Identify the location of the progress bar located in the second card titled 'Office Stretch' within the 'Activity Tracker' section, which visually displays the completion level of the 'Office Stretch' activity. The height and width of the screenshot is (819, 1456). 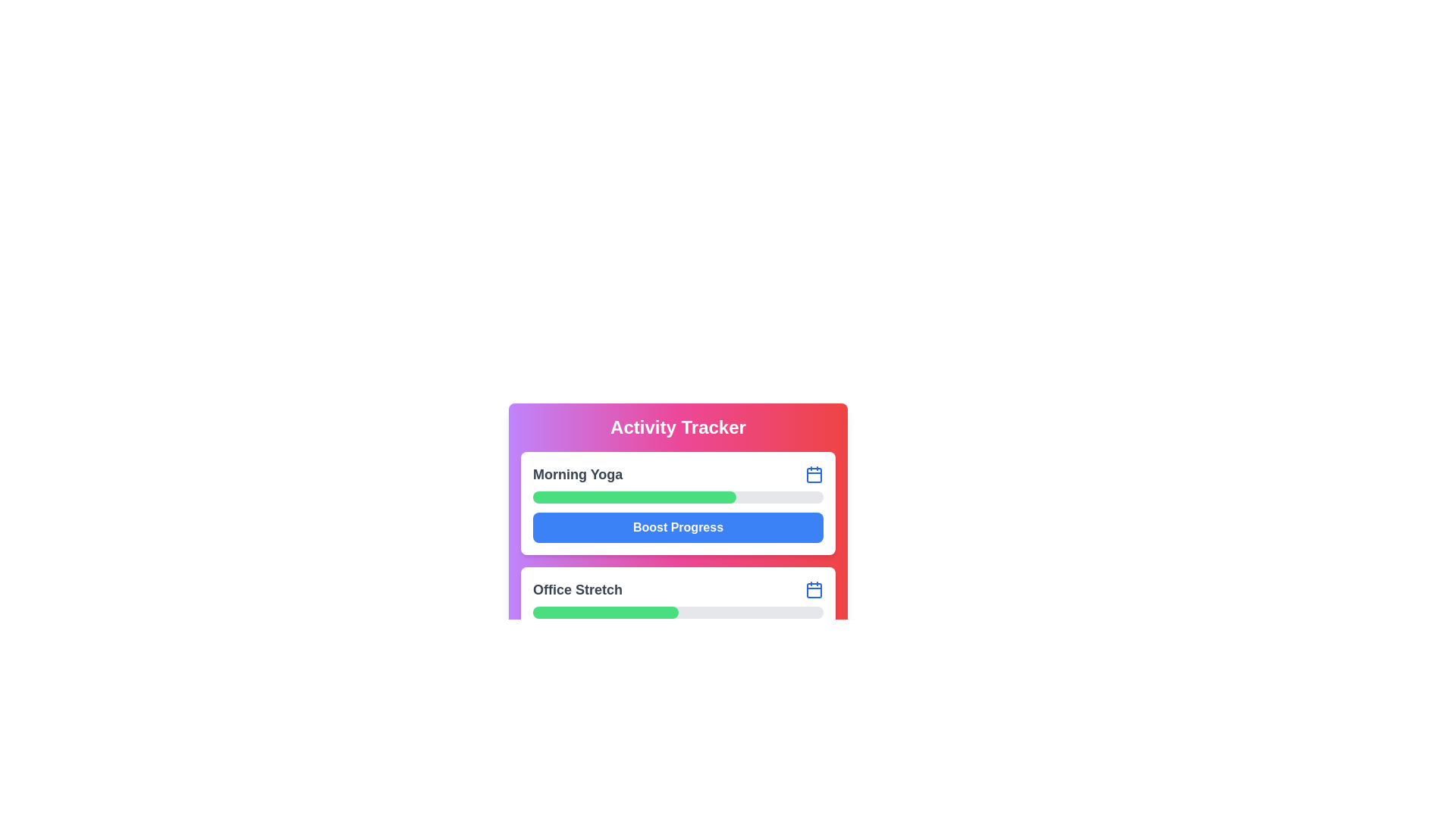
(677, 619).